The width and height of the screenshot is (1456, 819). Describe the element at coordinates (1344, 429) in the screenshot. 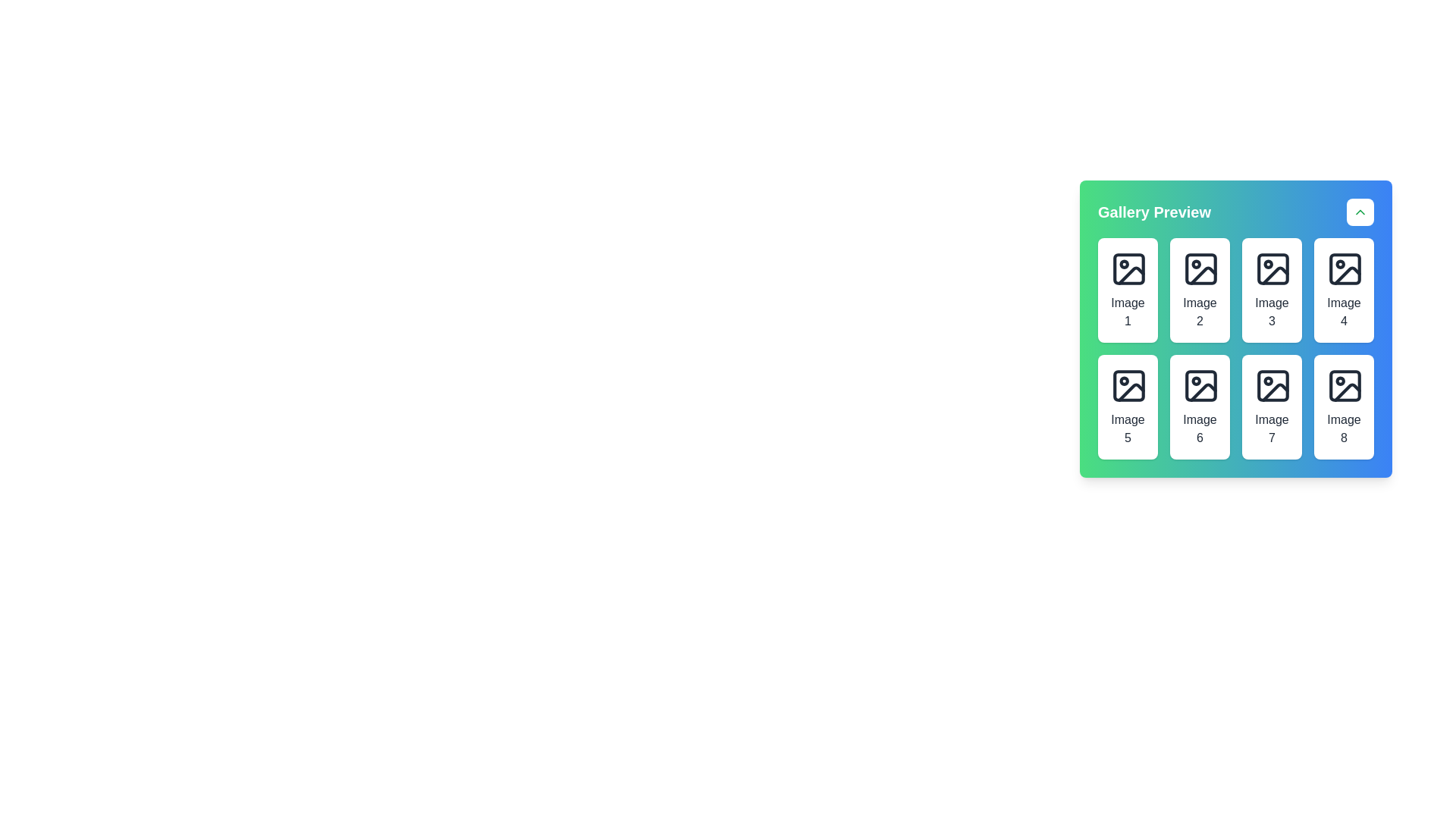

I see `the static text label located at the bottom of the image card in the grid layout, which aids in identifying the image` at that location.